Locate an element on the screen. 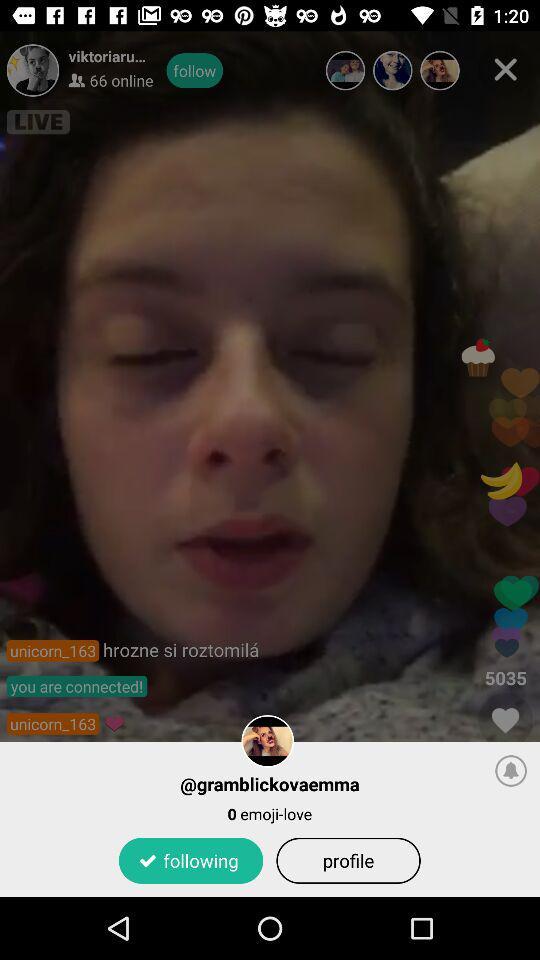 The image size is (540, 960). item next to the @gramblickovaemma item is located at coordinates (511, 769).